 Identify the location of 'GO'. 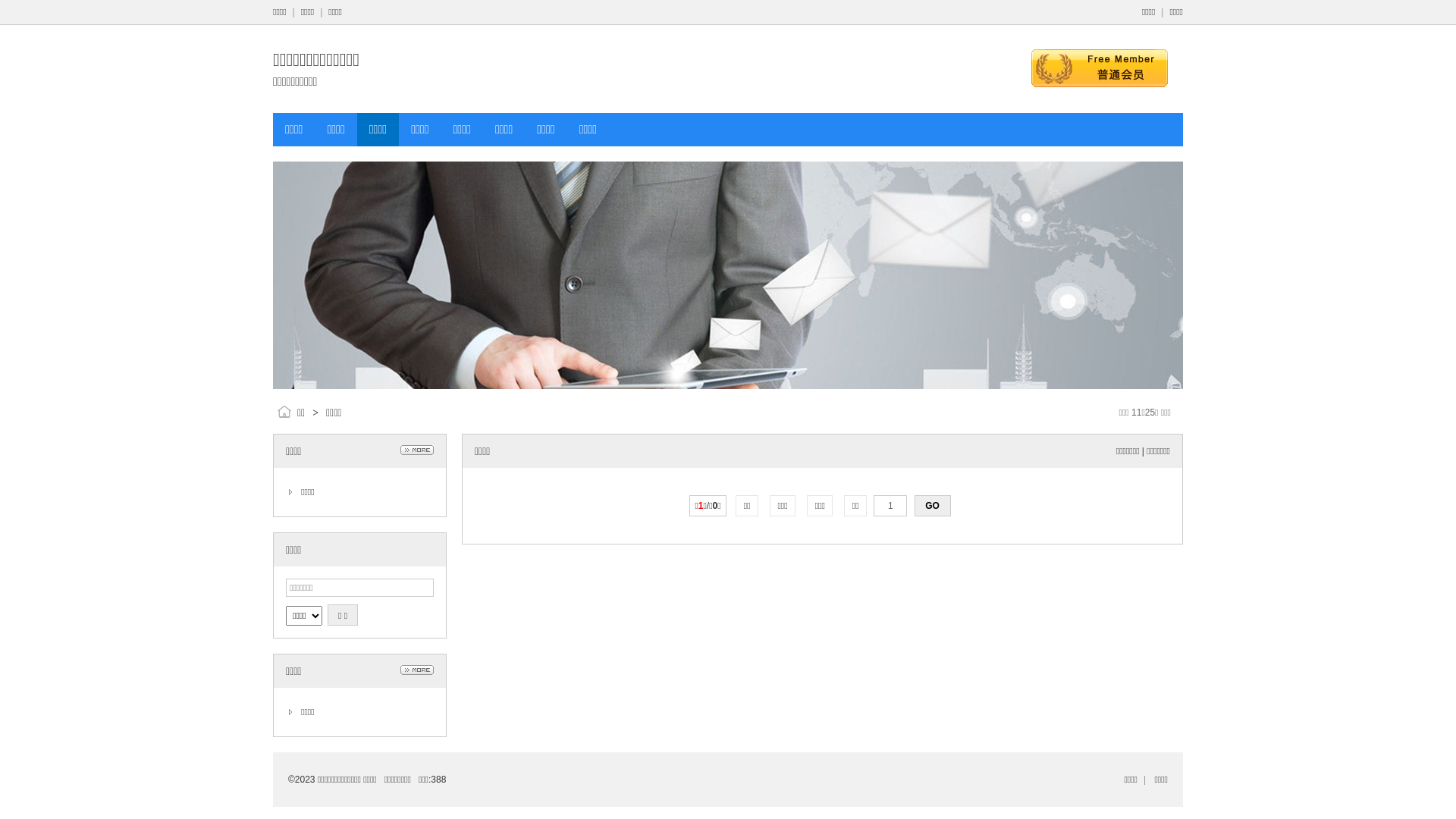
(931, 506).